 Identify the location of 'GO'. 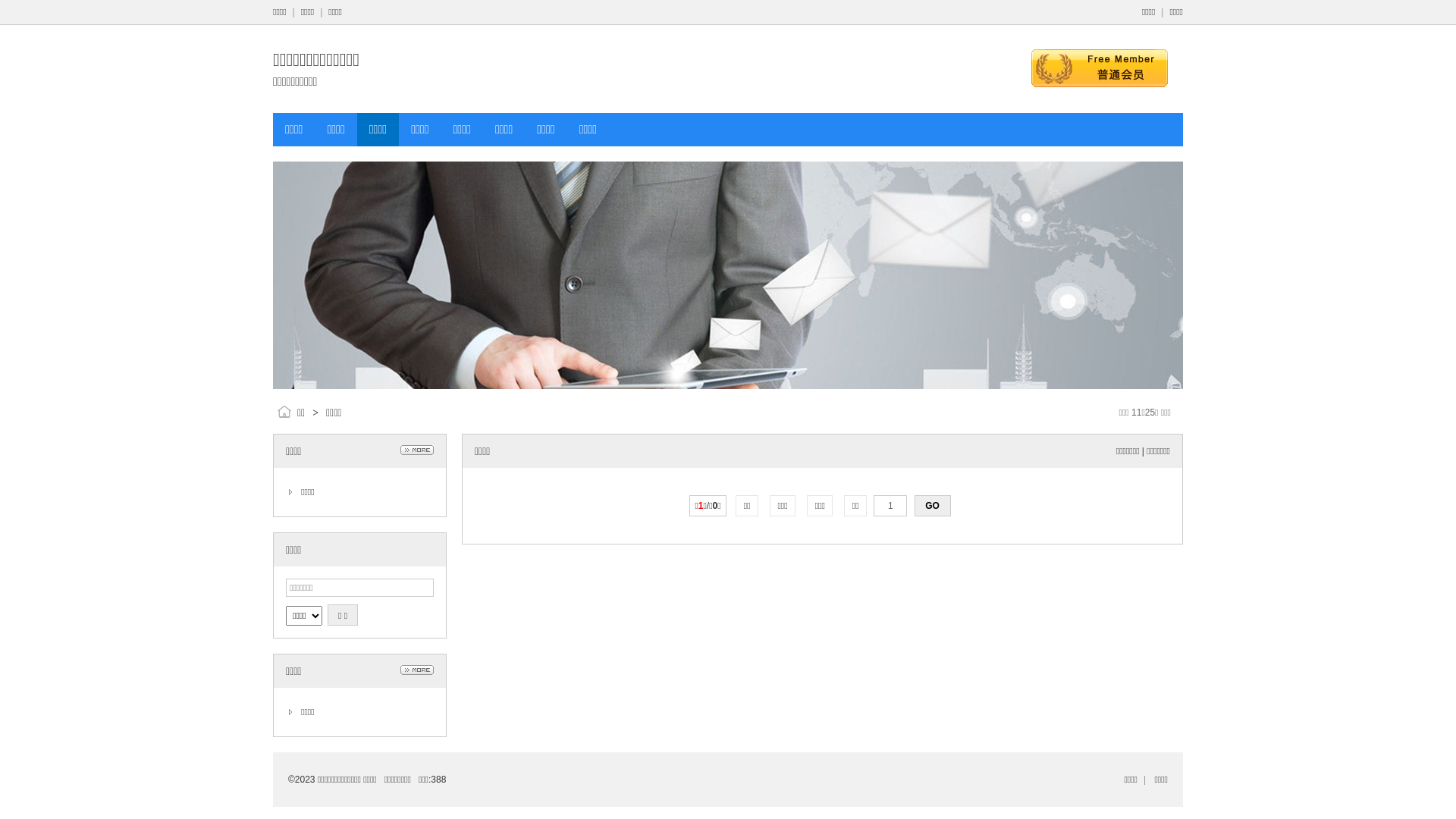
(931, 506).